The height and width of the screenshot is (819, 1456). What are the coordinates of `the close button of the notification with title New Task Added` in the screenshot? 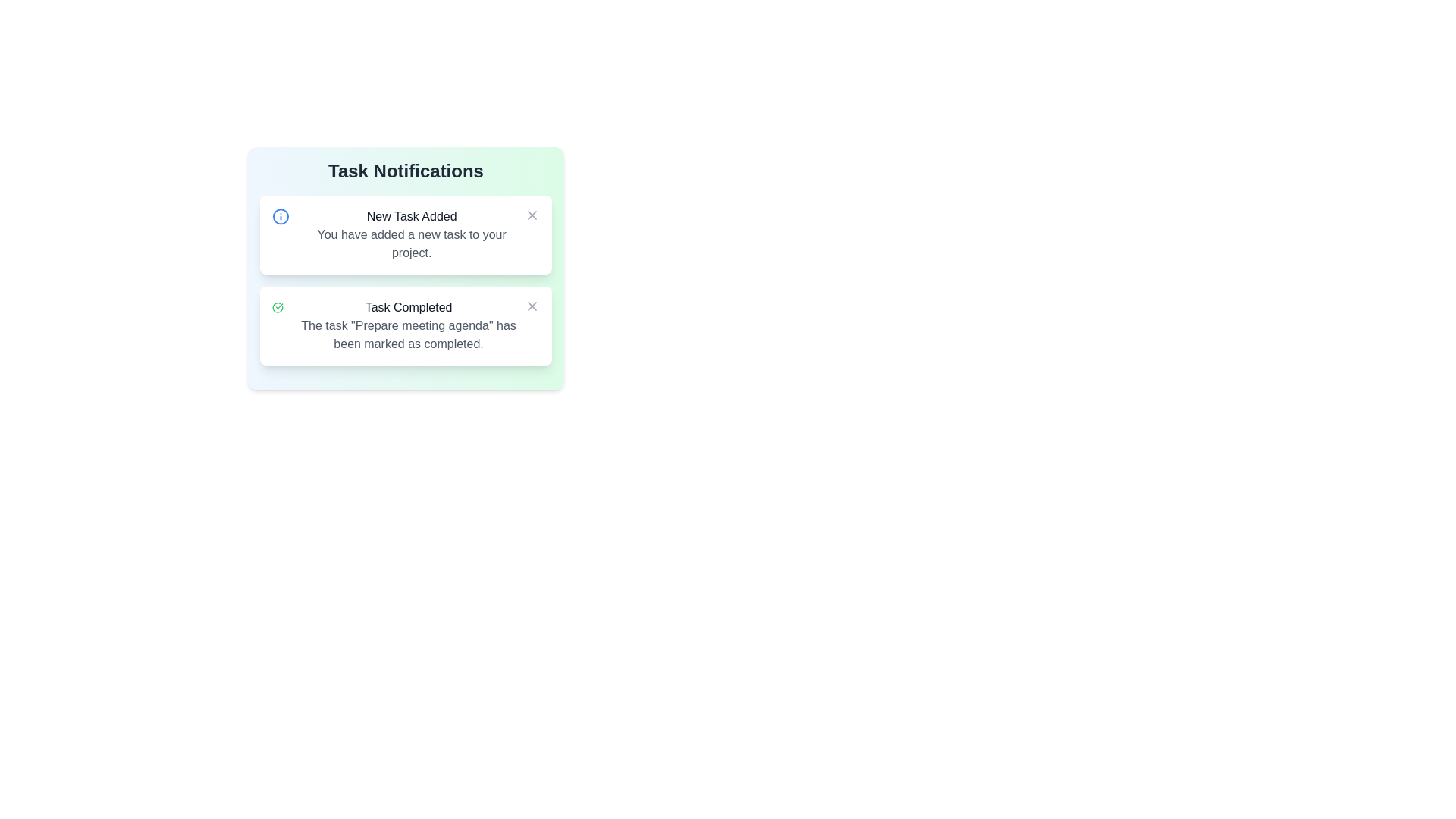 It's located at (532, 215).